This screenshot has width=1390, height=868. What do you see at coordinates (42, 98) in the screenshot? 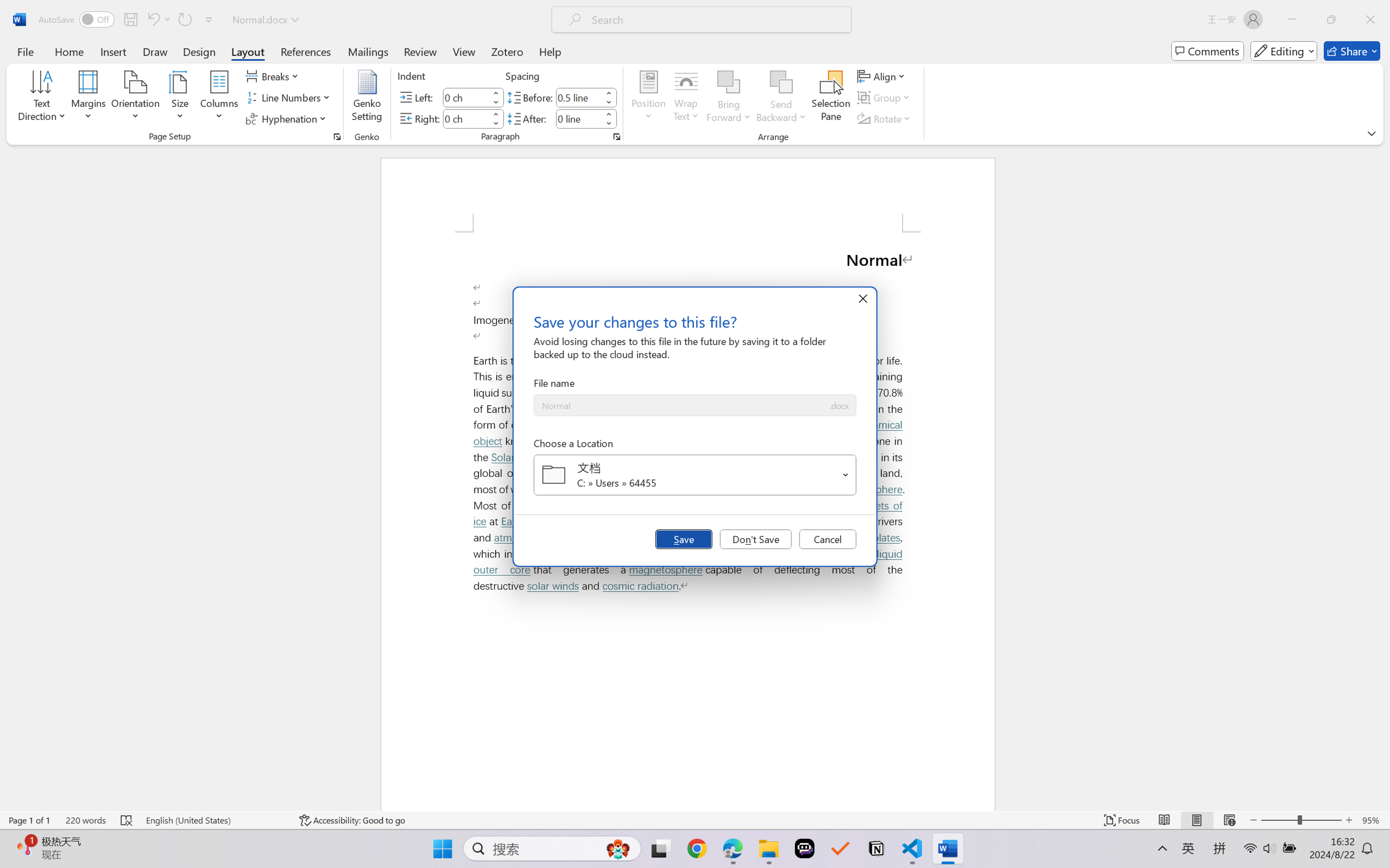
I see `'Text Direction'` at bounding box center [42, 98].